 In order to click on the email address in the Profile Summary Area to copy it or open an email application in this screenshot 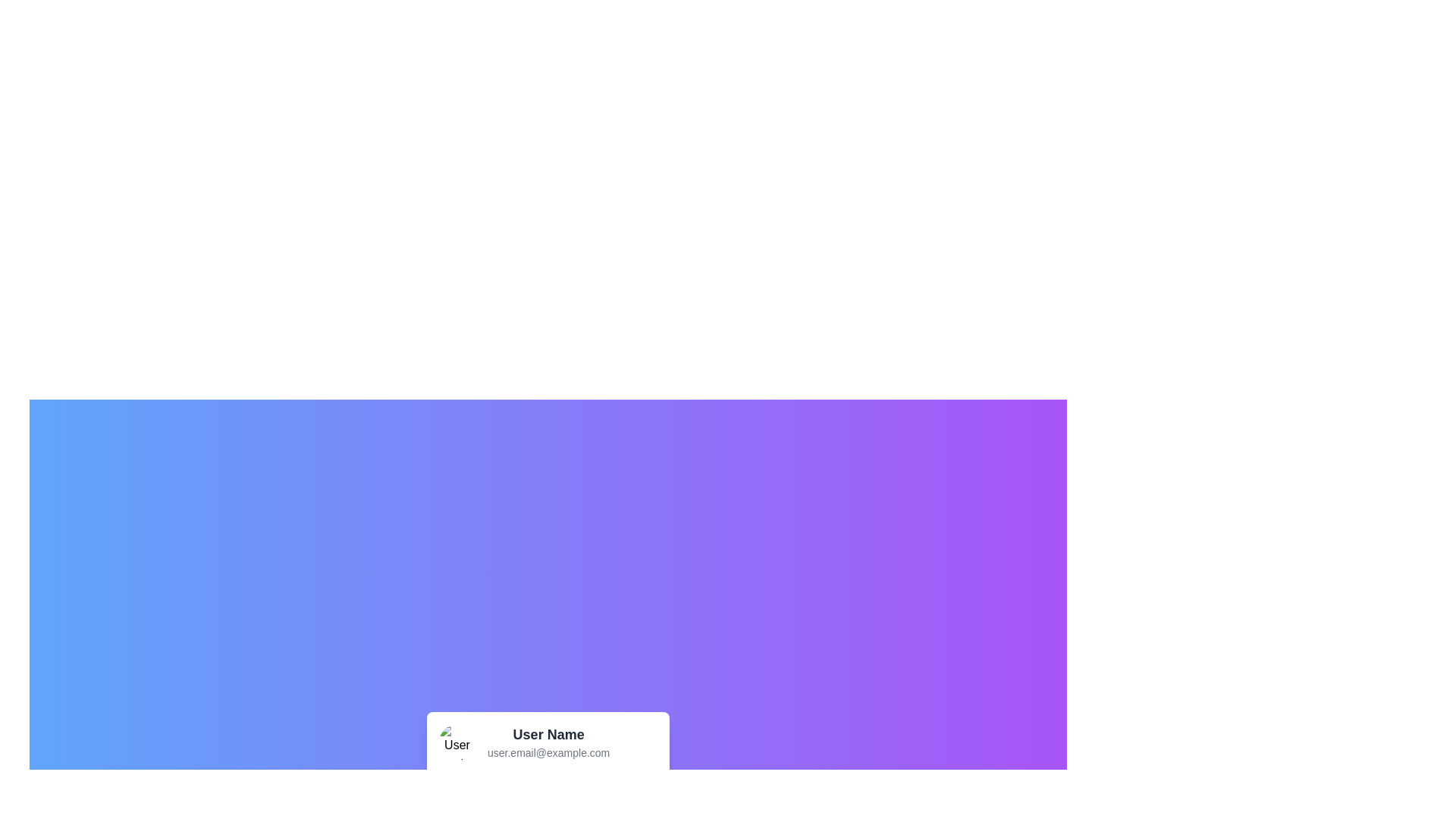, I will do `click(548, 742)`.